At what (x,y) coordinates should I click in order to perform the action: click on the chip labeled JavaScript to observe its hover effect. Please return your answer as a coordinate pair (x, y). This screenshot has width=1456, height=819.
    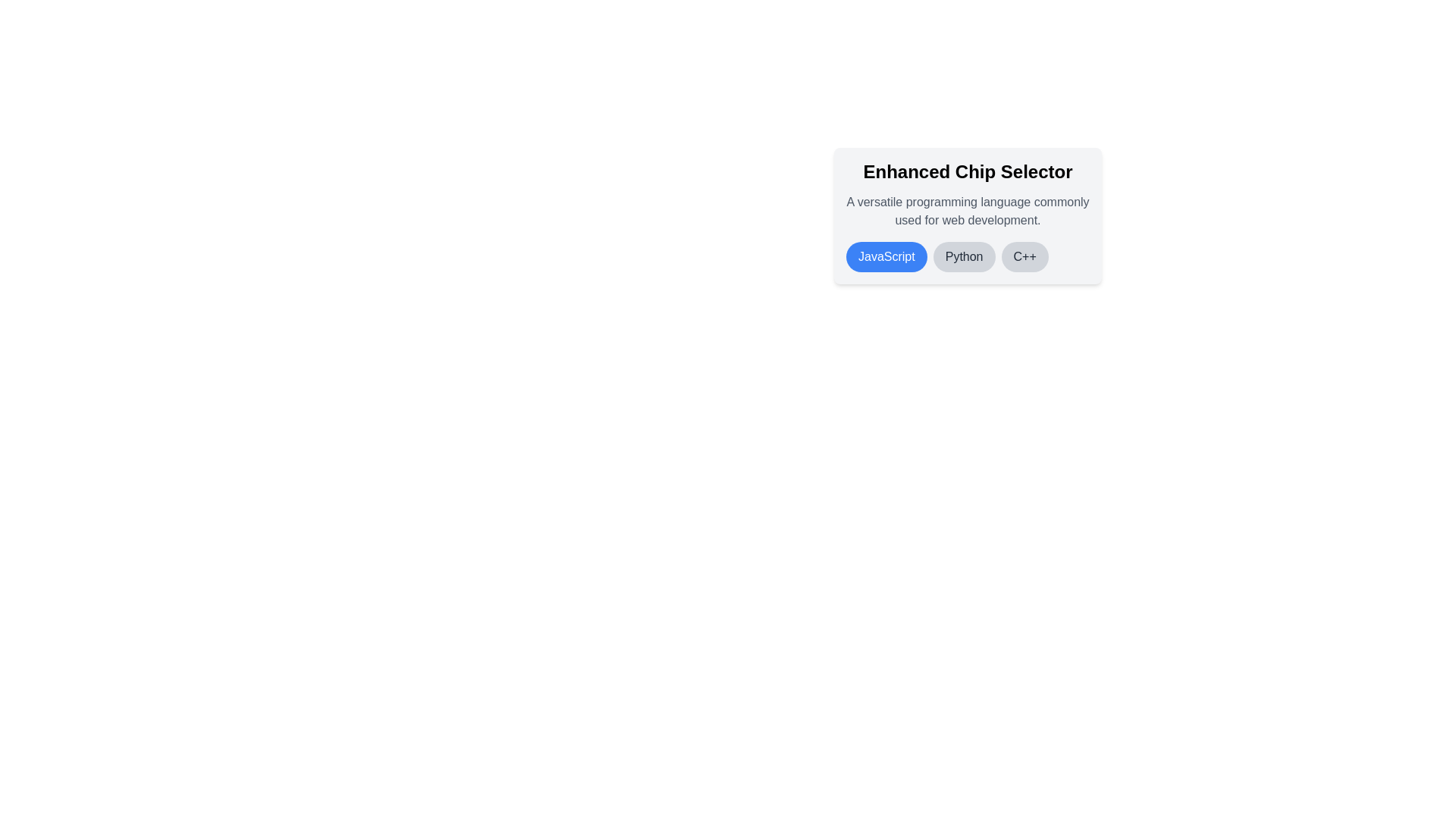
    Looking at the image, I should click on (886, 256).